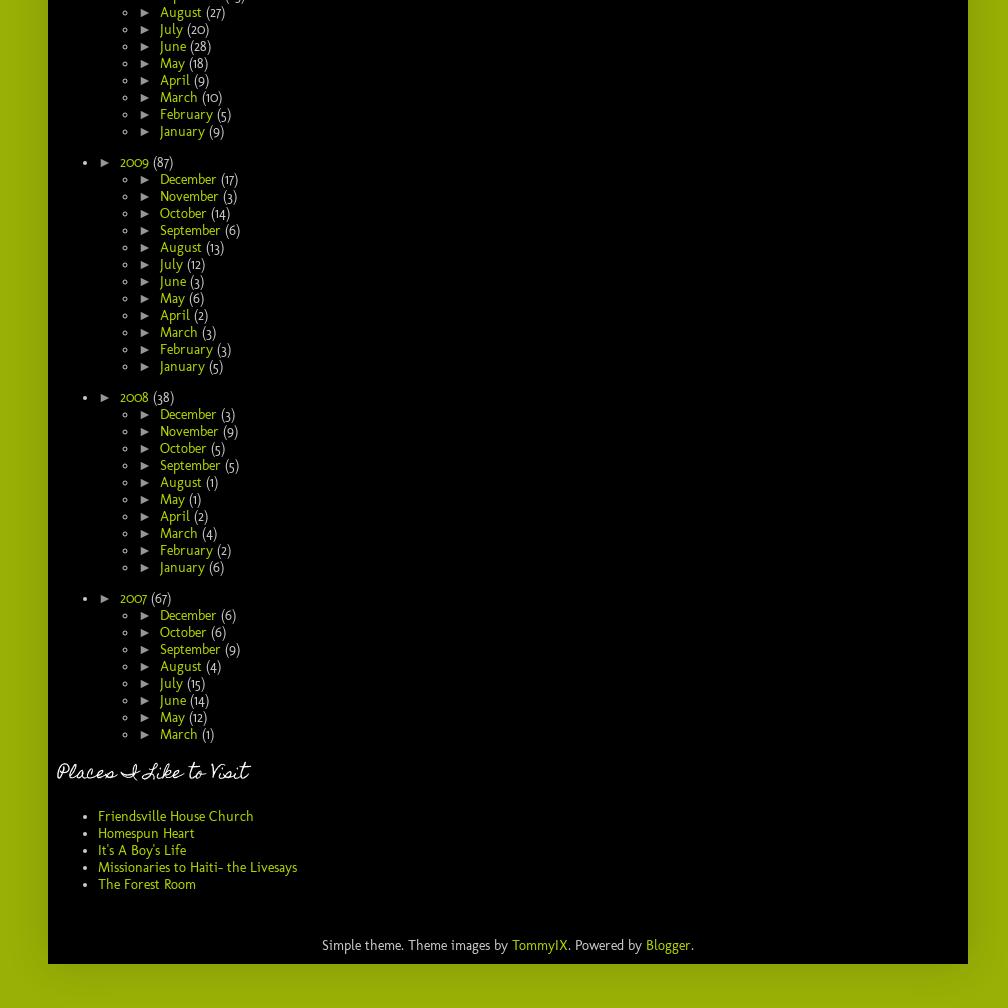 This screenshot has width=1008, height=1008. Describe the element at coordinates (162, 396) in the screenshot. I see `'(38)'` at that location.